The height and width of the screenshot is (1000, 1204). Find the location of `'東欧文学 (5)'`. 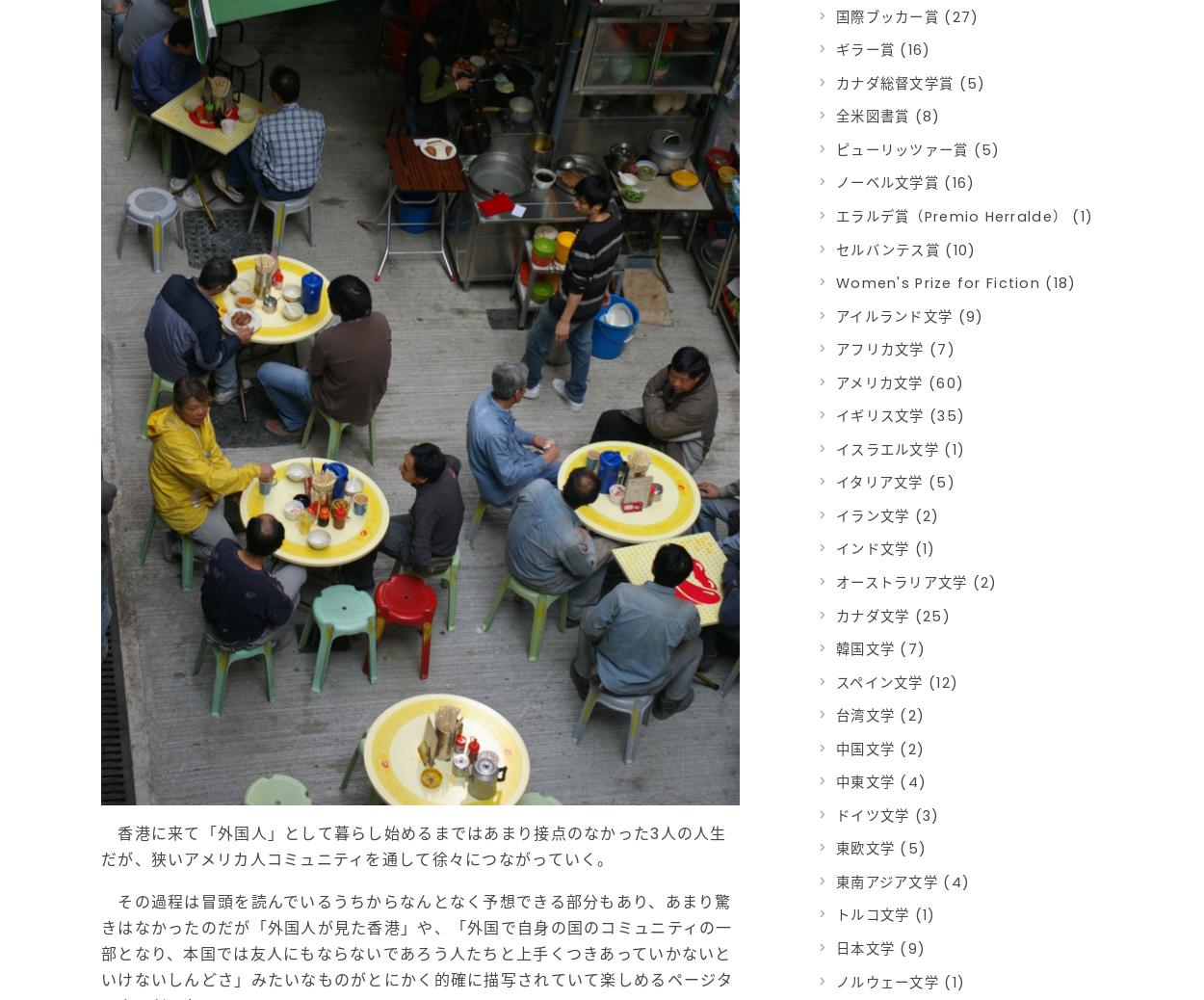

'東欧文学 (5)' is located at coordinates (881, 848).